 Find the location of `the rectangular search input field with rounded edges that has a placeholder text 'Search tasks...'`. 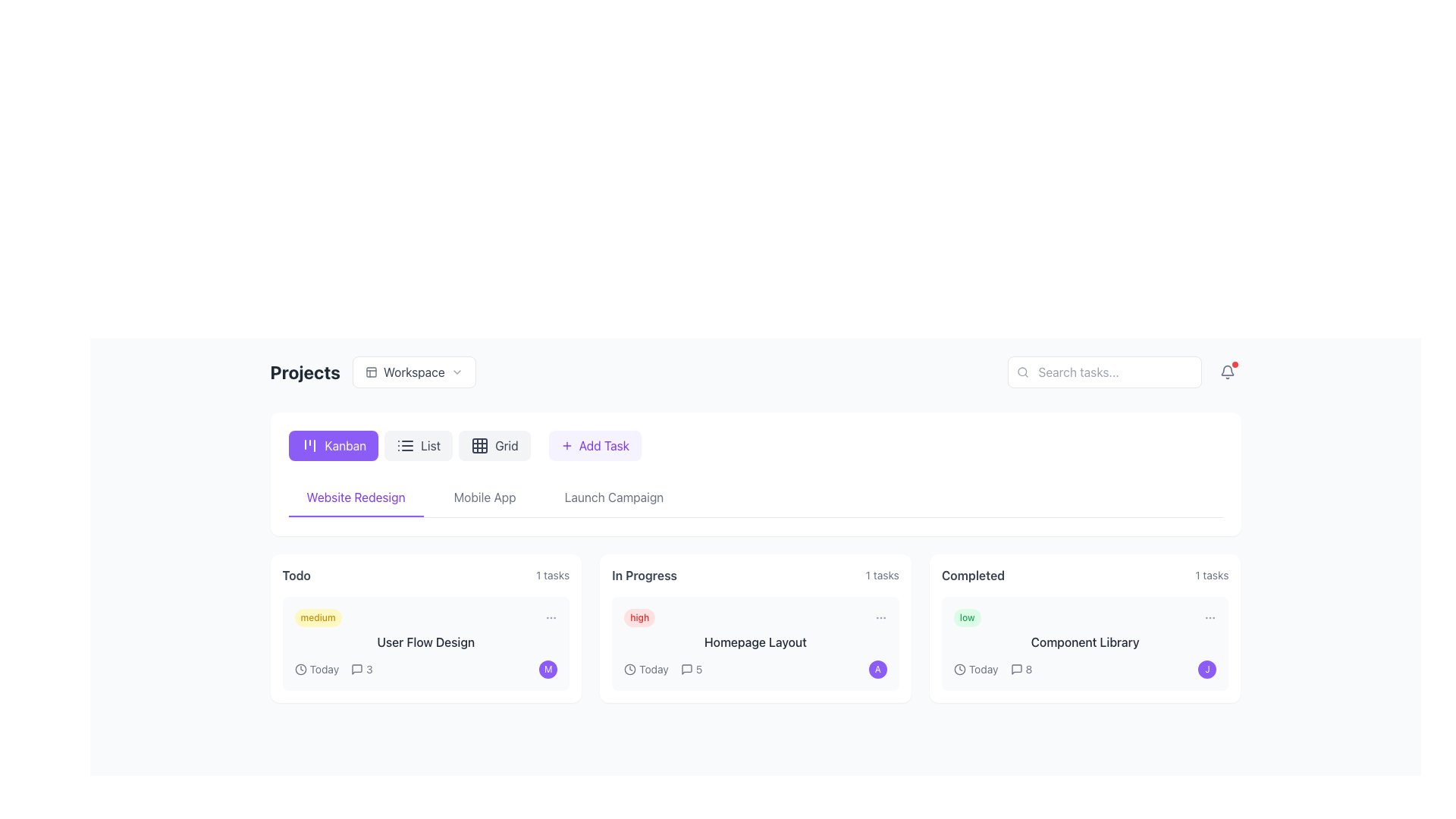

the rectangular search input field with rounded edges that has a placeholder text 'Search tasks...' is located at coordinates (1104, 372).